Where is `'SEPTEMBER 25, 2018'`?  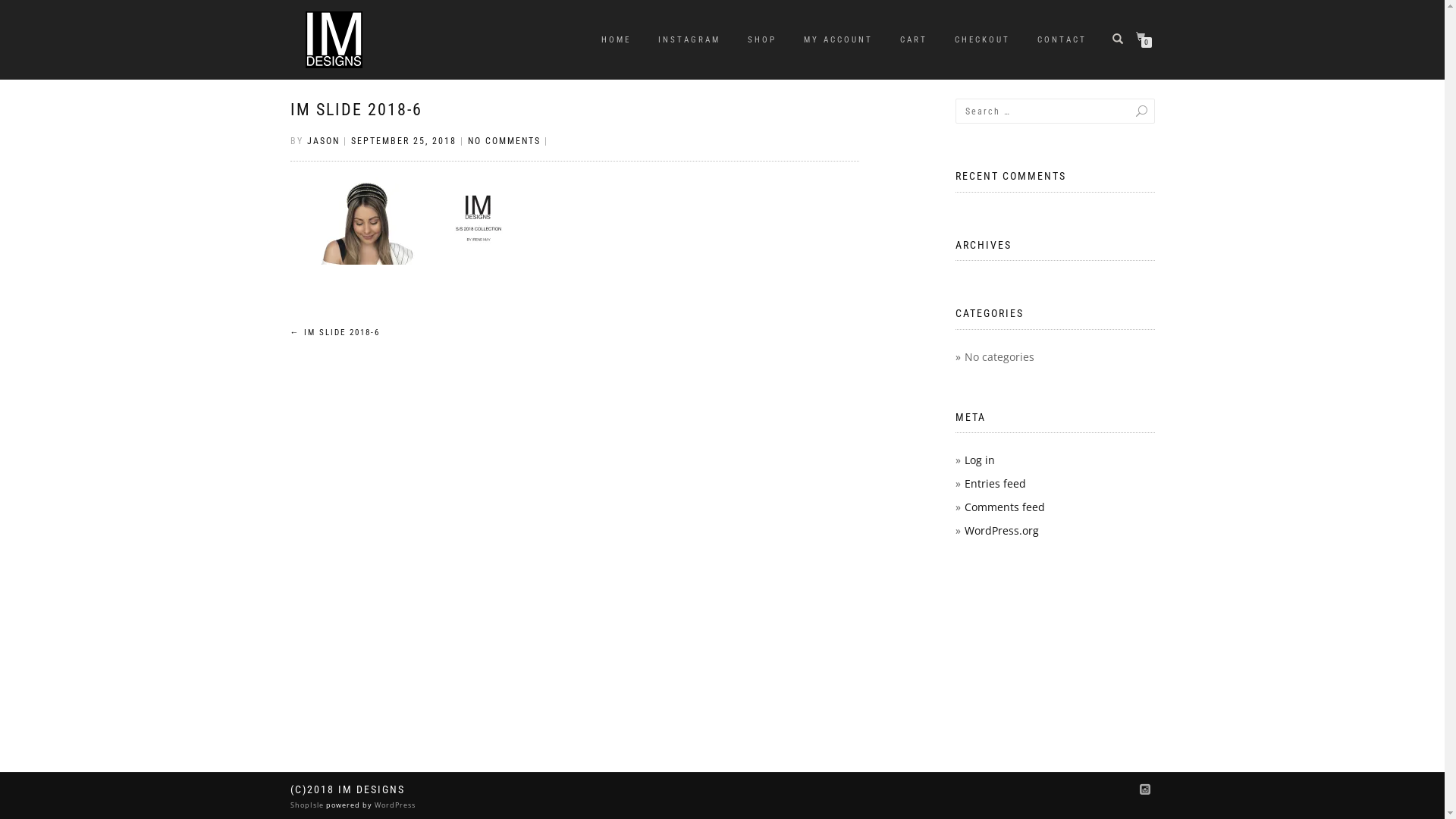
'SEPTEMBER 25, 2018' is located at coordinates (403, 140).